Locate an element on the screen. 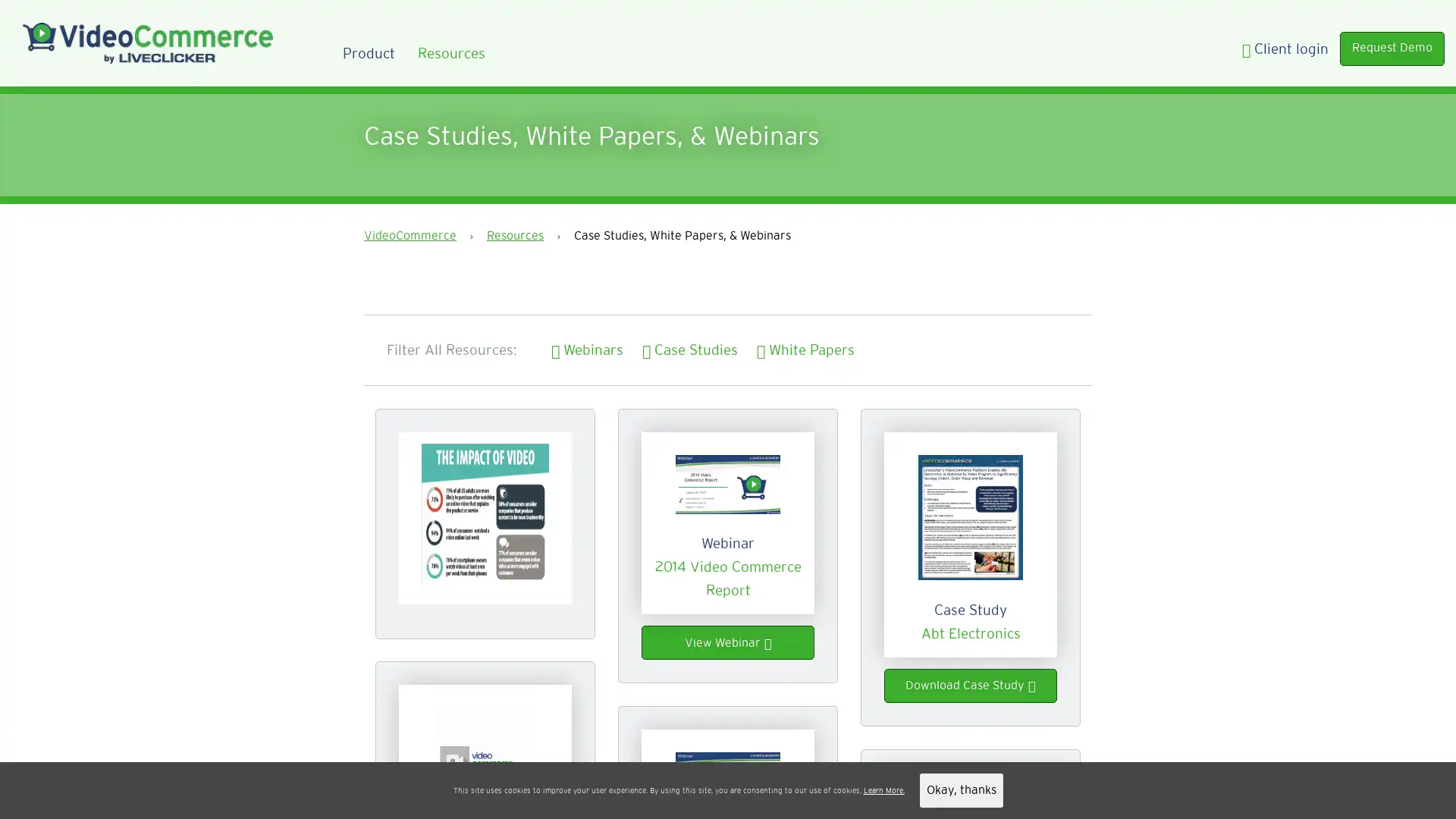 The image size is (1456, 819). View Webinar is located at coordinates (728, 642).